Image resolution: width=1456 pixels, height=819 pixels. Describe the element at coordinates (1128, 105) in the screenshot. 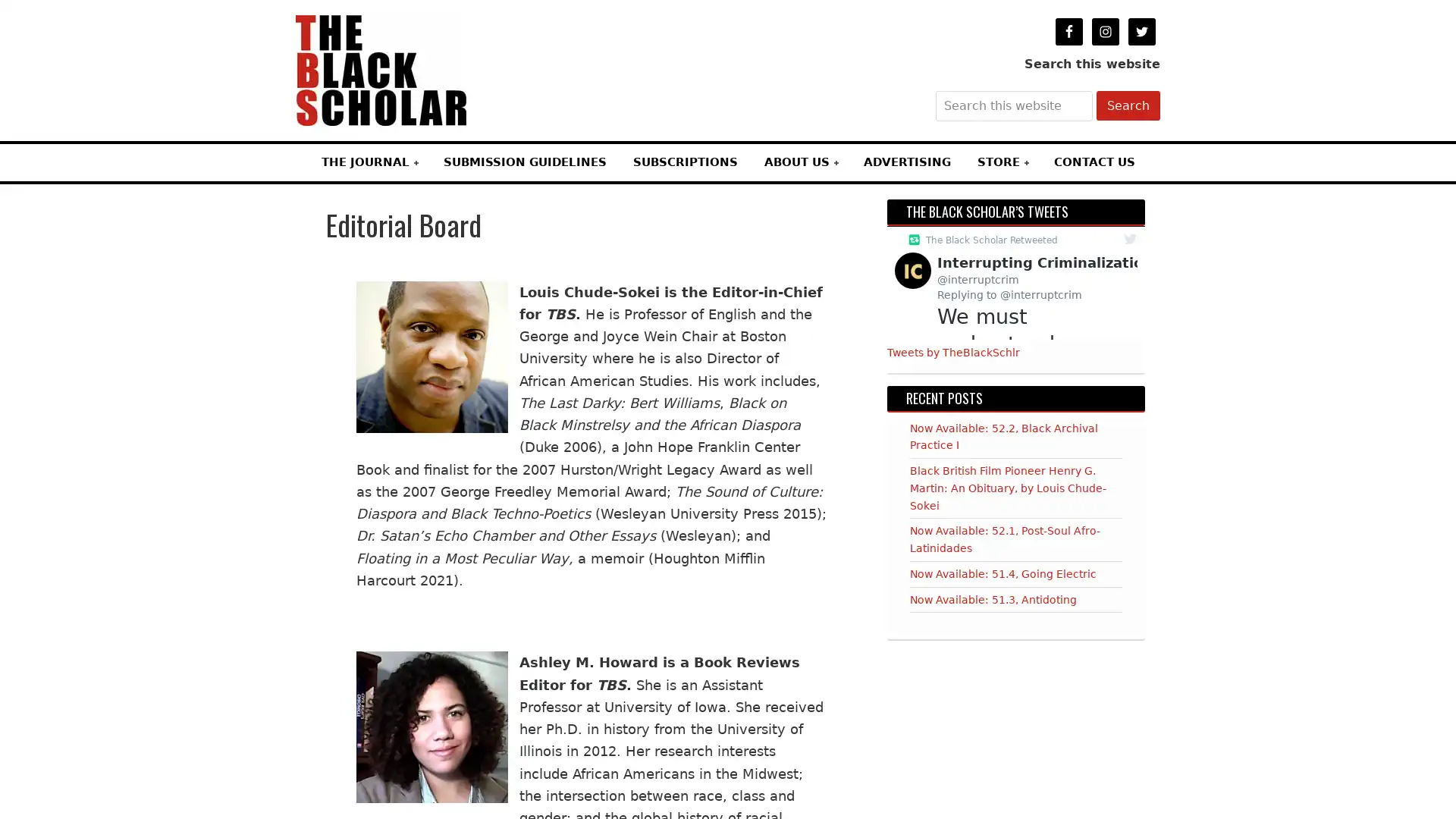

I see `Search` at that location.